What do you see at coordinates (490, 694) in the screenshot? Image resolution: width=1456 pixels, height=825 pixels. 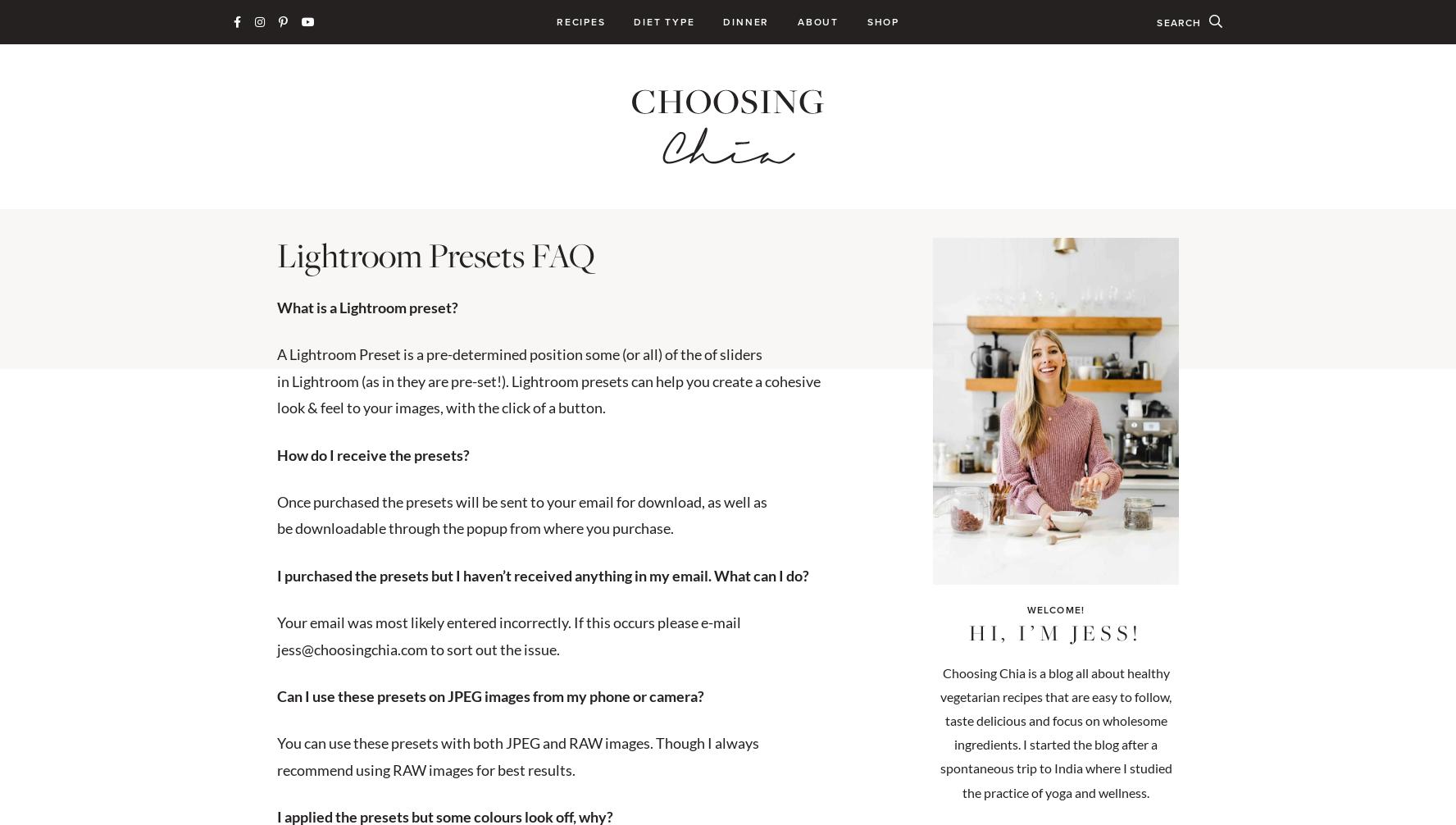 I see `'Can I use these presets on JPEG images from my phone or camera?'` at bounding box center [490, 694].